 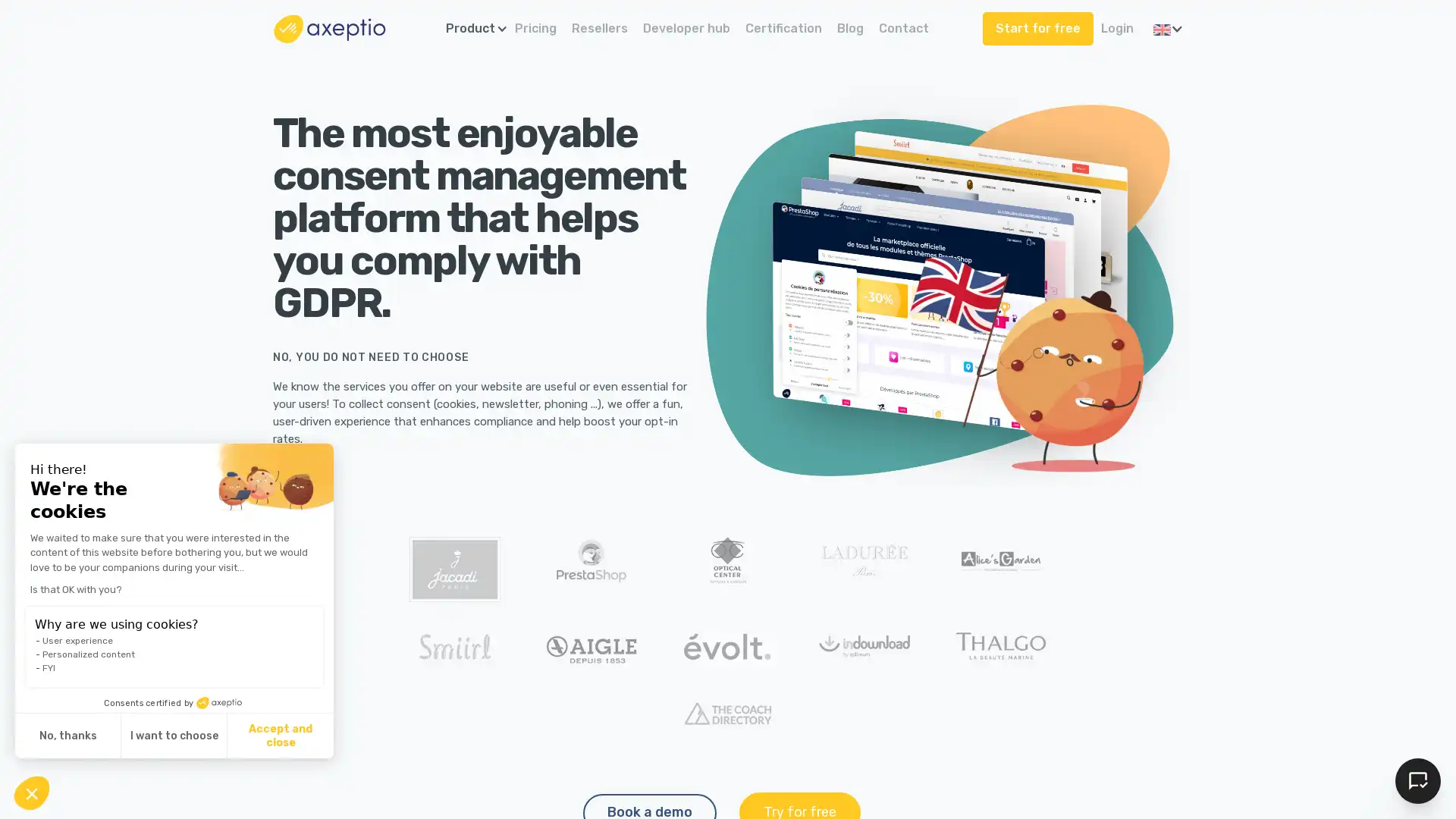 I want to click on I want to choose, so click(x=174, y=735).